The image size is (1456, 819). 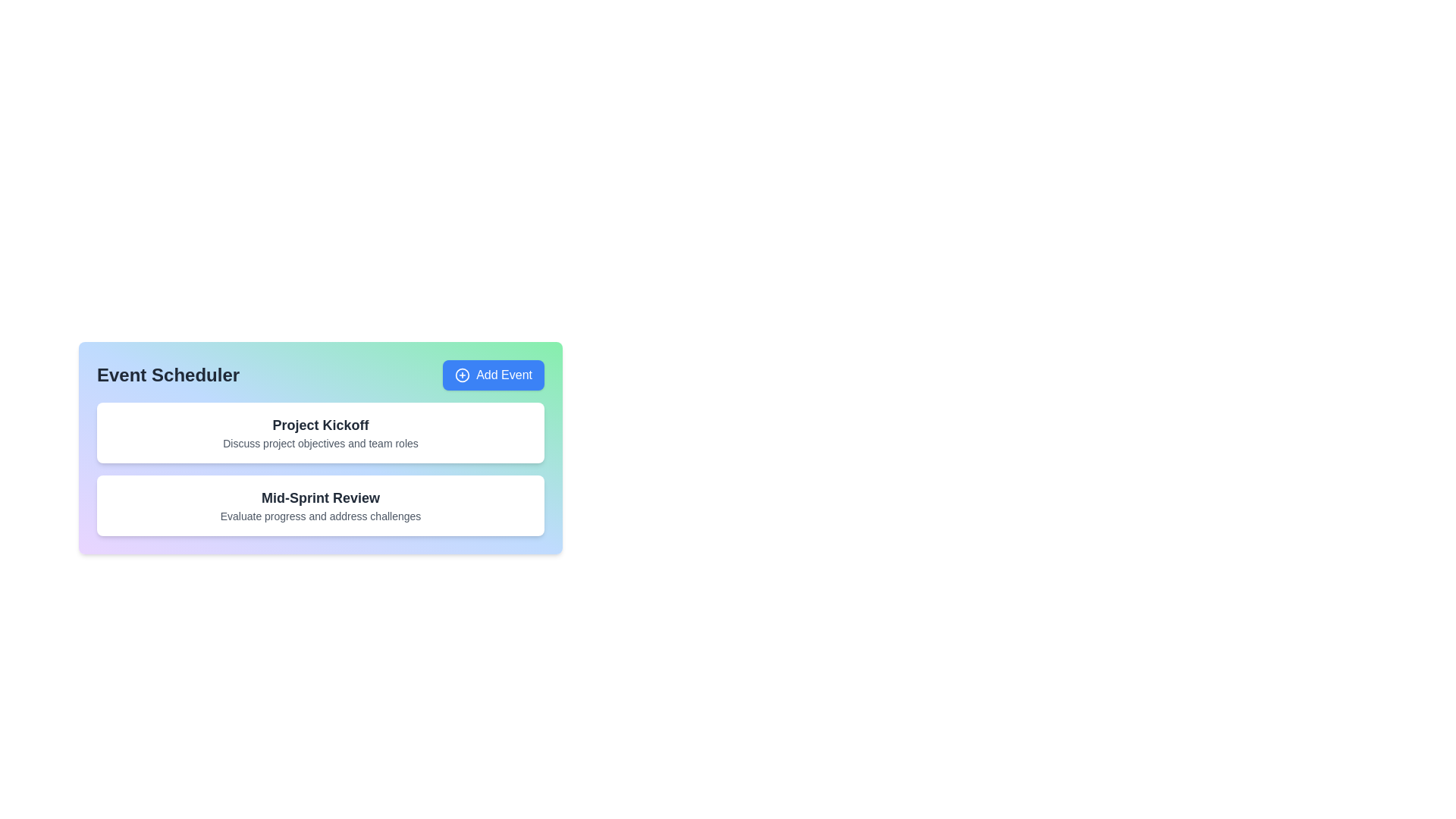 I want to click on the static text displaying 'Evaluate progress and address challenges', which is located within the 'Mid-Sprint Review' card in the 'Event Scheduler' section, so click(x=319, y=516).